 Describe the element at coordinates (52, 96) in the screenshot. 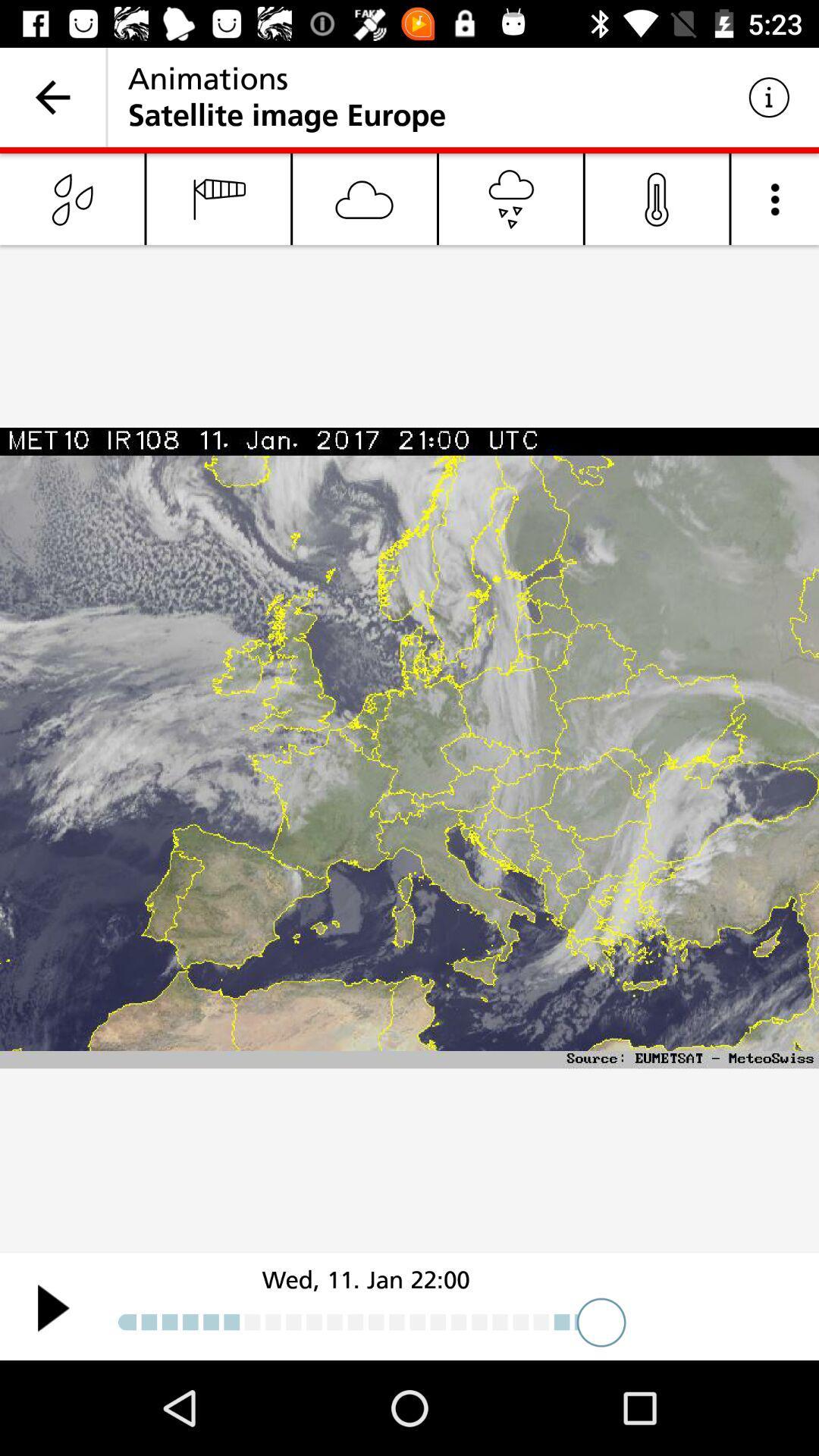

I see `the item next to animations` at that location.